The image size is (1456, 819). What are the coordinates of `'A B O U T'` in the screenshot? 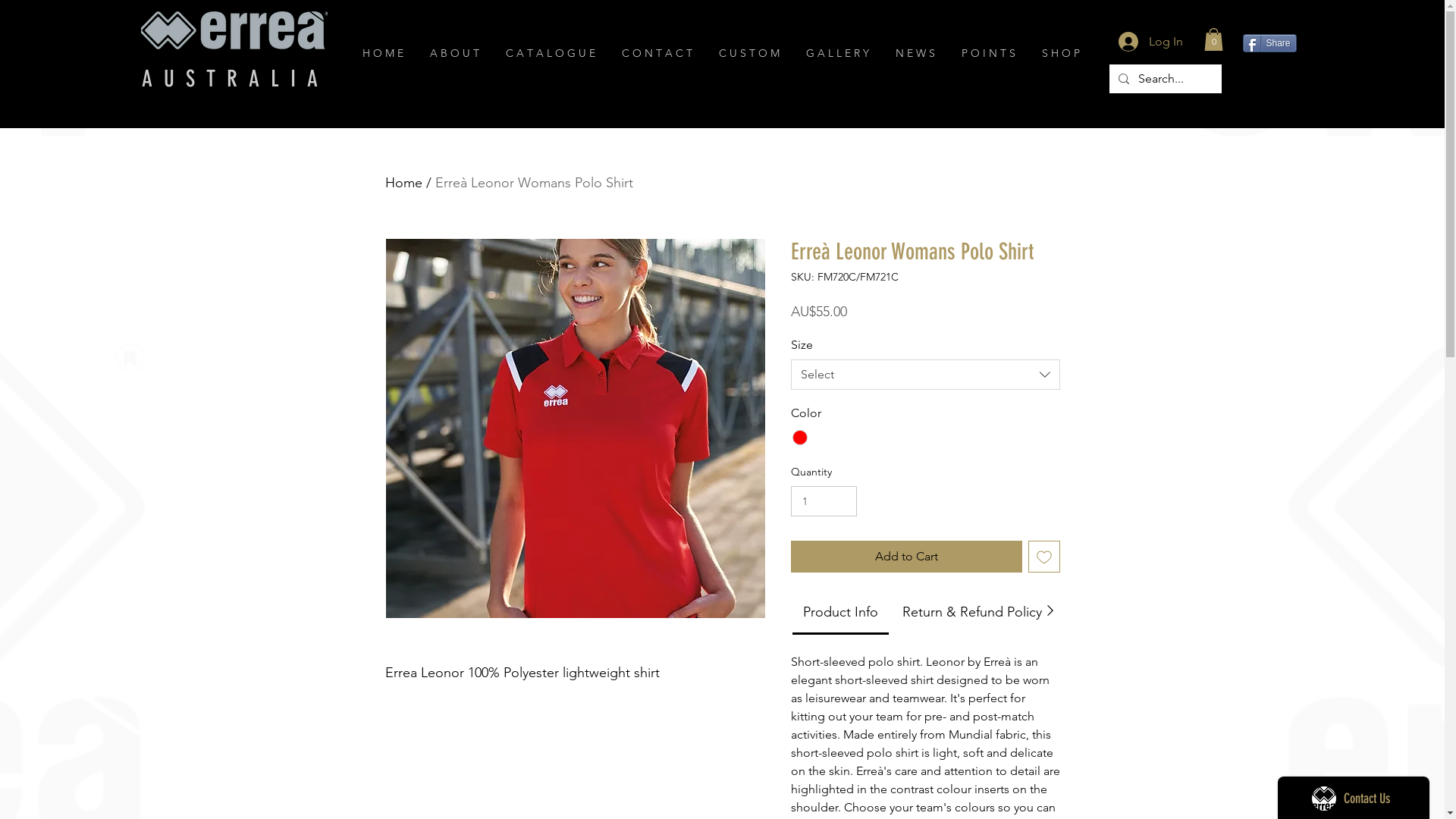 It's located at (455, 52).